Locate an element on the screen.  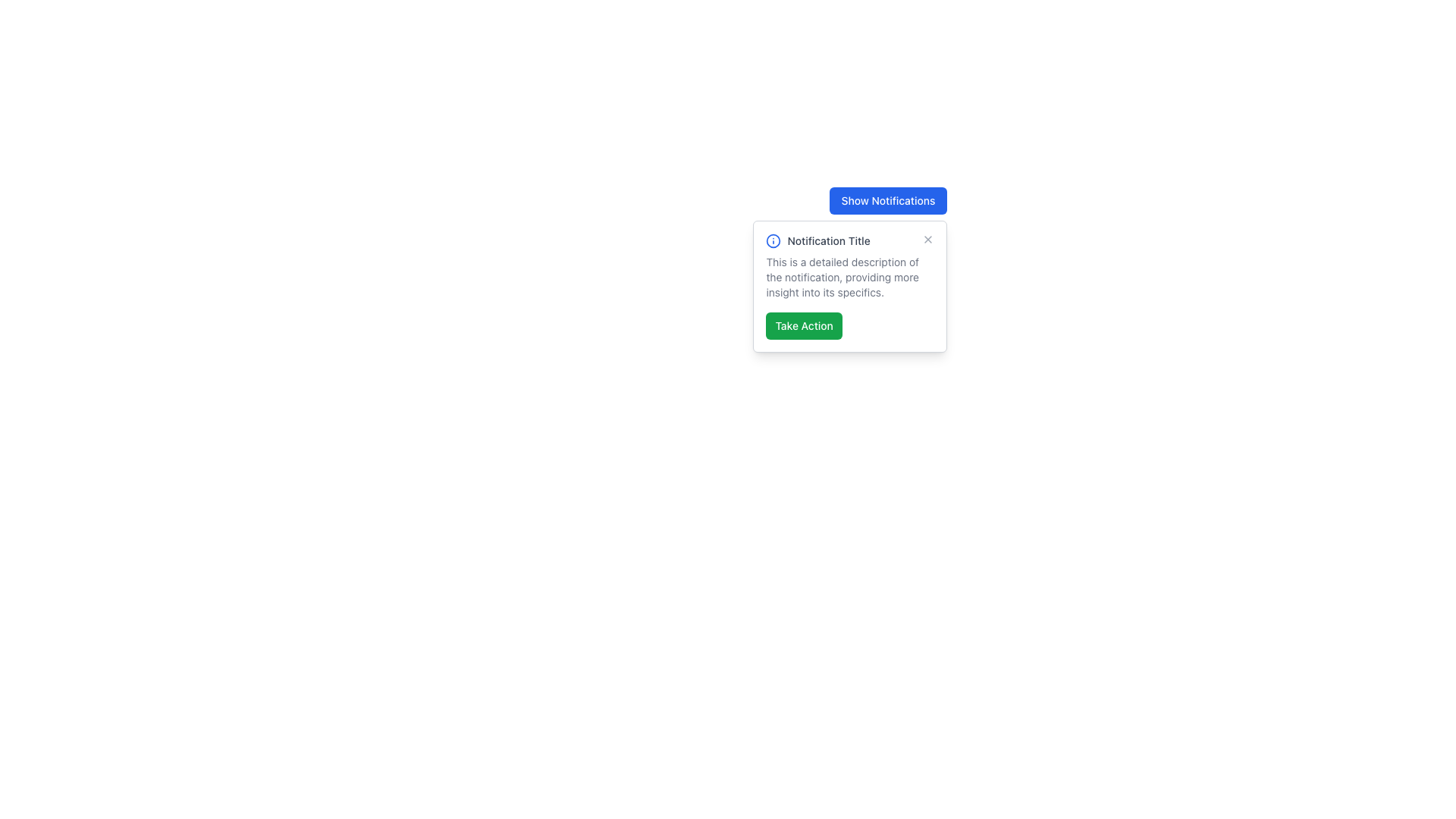
the text label displaying 'Notification Title' located in the top-left section of the notification panel, adjacent to the informational icon is located at coordinates (817, 240).